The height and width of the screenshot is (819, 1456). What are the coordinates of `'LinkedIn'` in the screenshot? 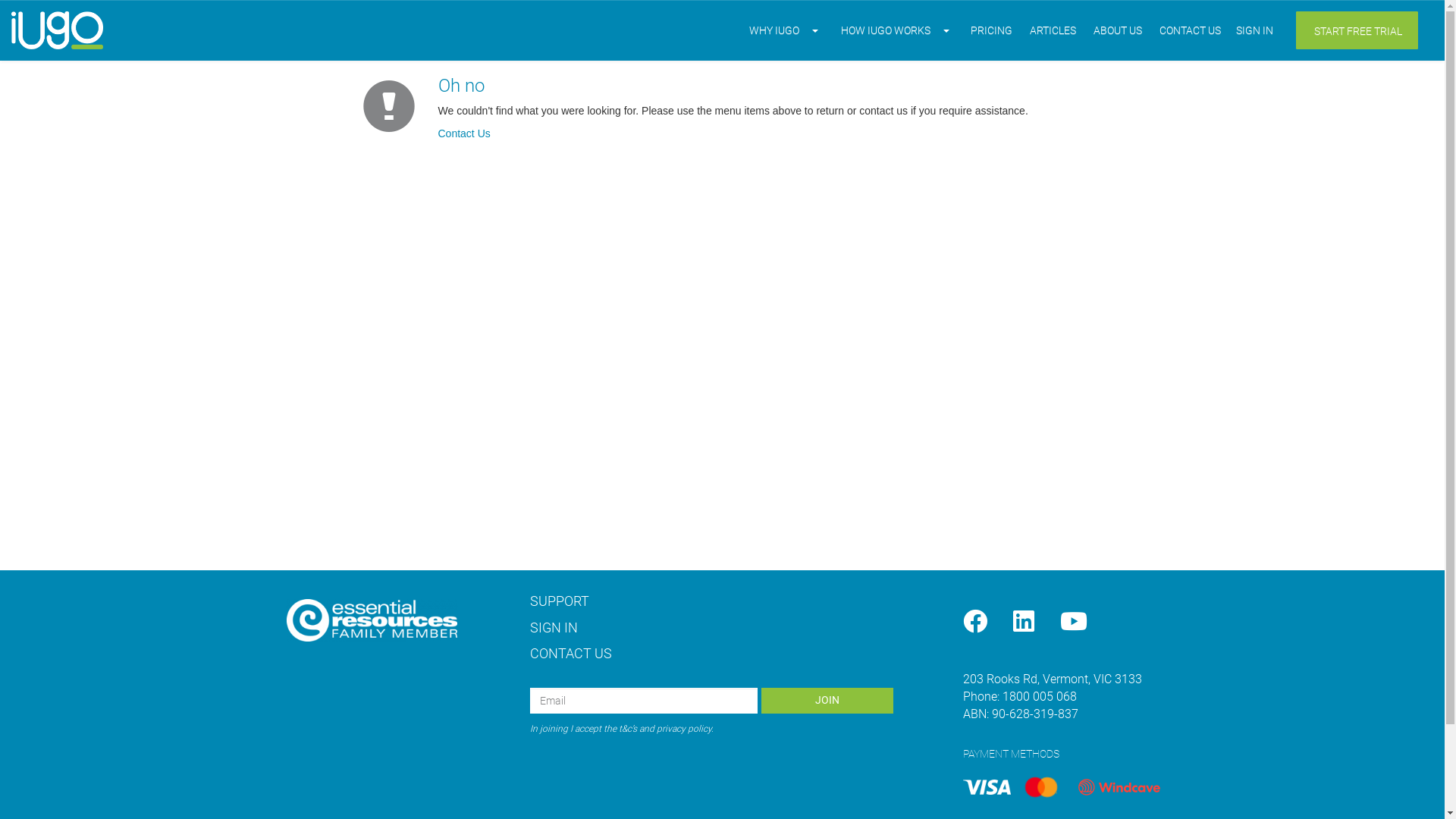 It's located at (1012, 622).